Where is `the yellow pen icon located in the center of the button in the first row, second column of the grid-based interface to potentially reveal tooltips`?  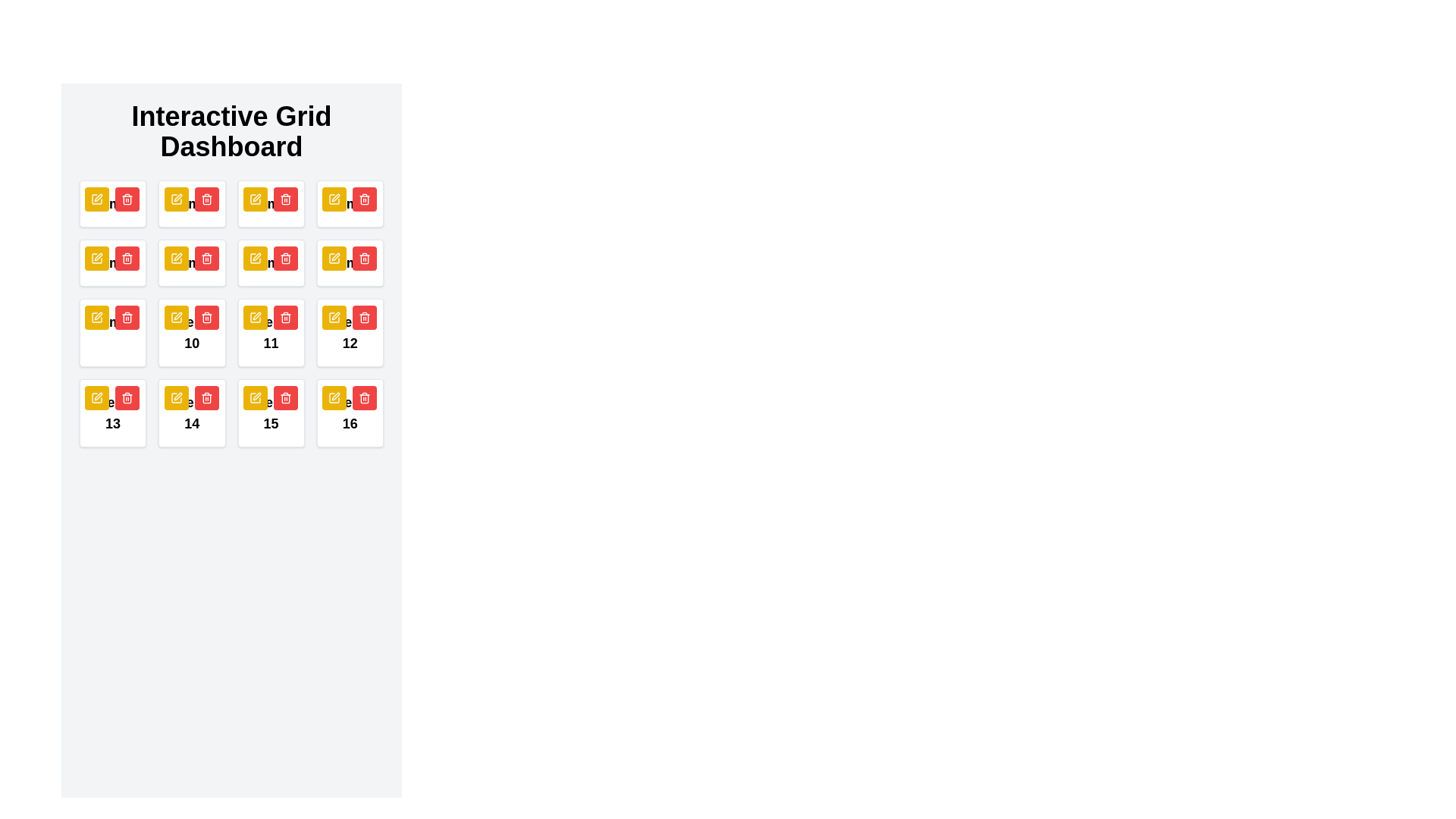 the yellow pen icon located in the center of the button in the first row, second column of the grid-based interface to potentially reveal tooltips is located at coordinates (176, 198).